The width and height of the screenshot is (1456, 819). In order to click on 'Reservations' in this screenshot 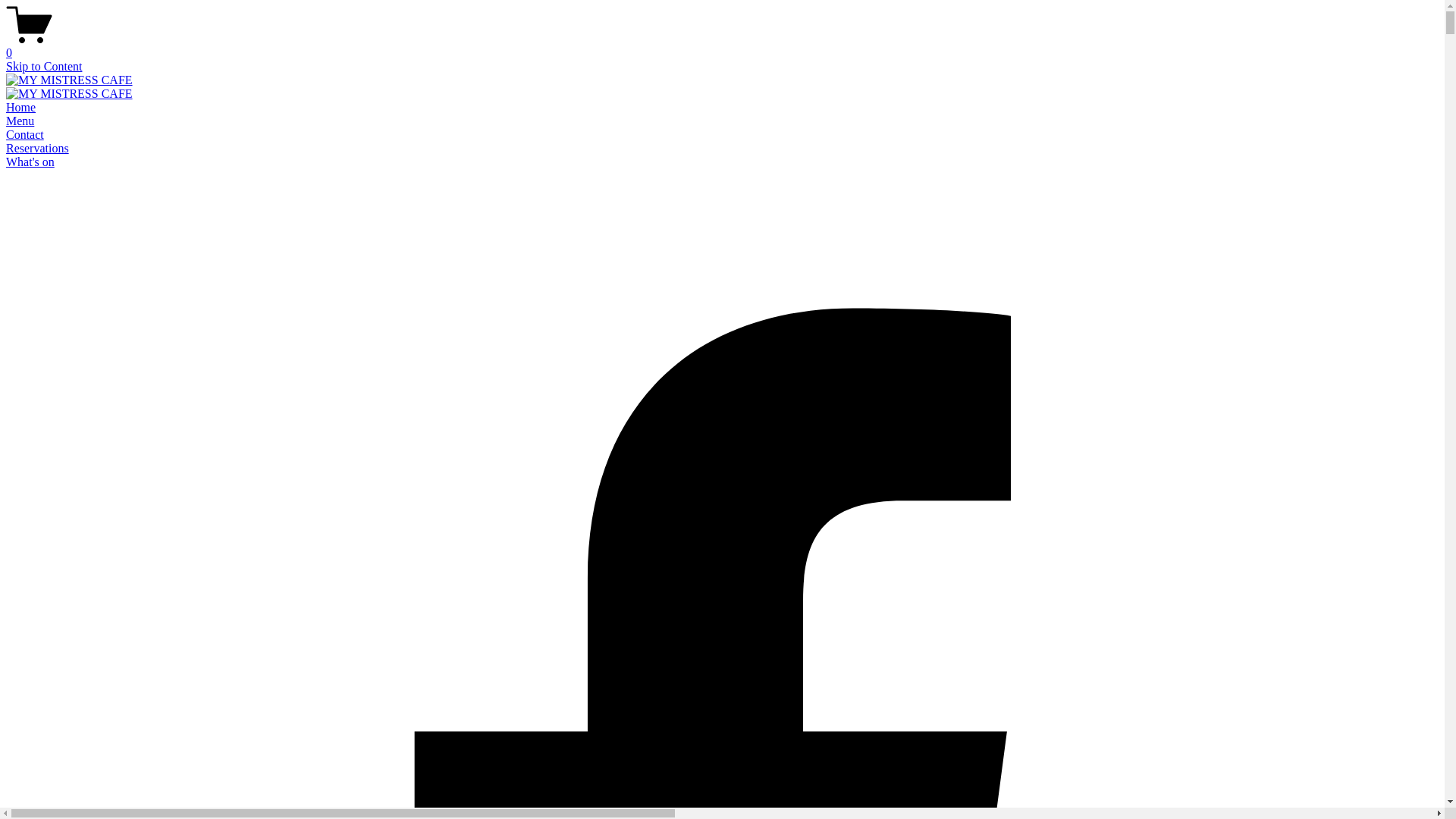, I will do `click(37, 148)`.